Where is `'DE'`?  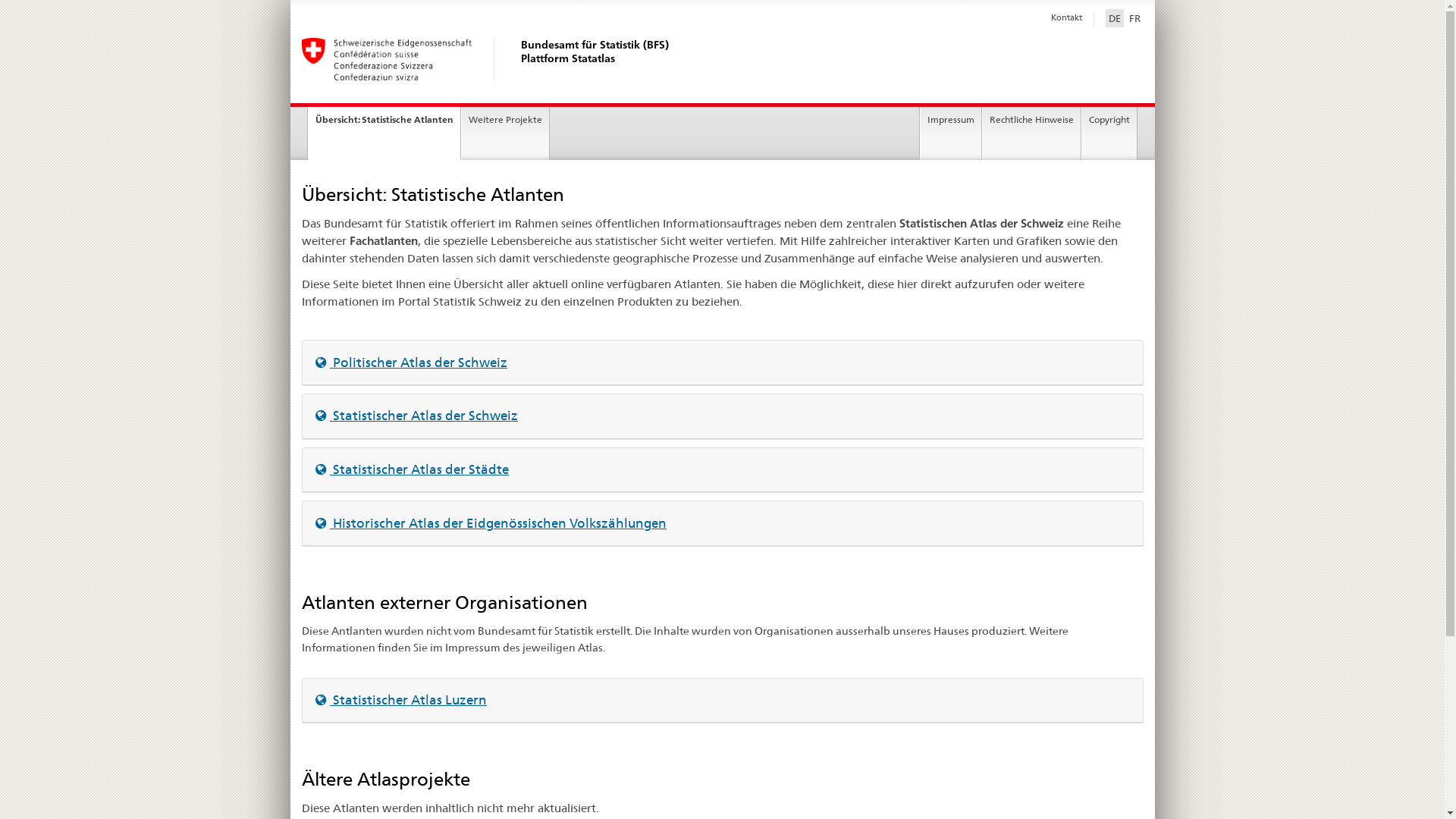 'DE' is located at coordinates (1114, 17).